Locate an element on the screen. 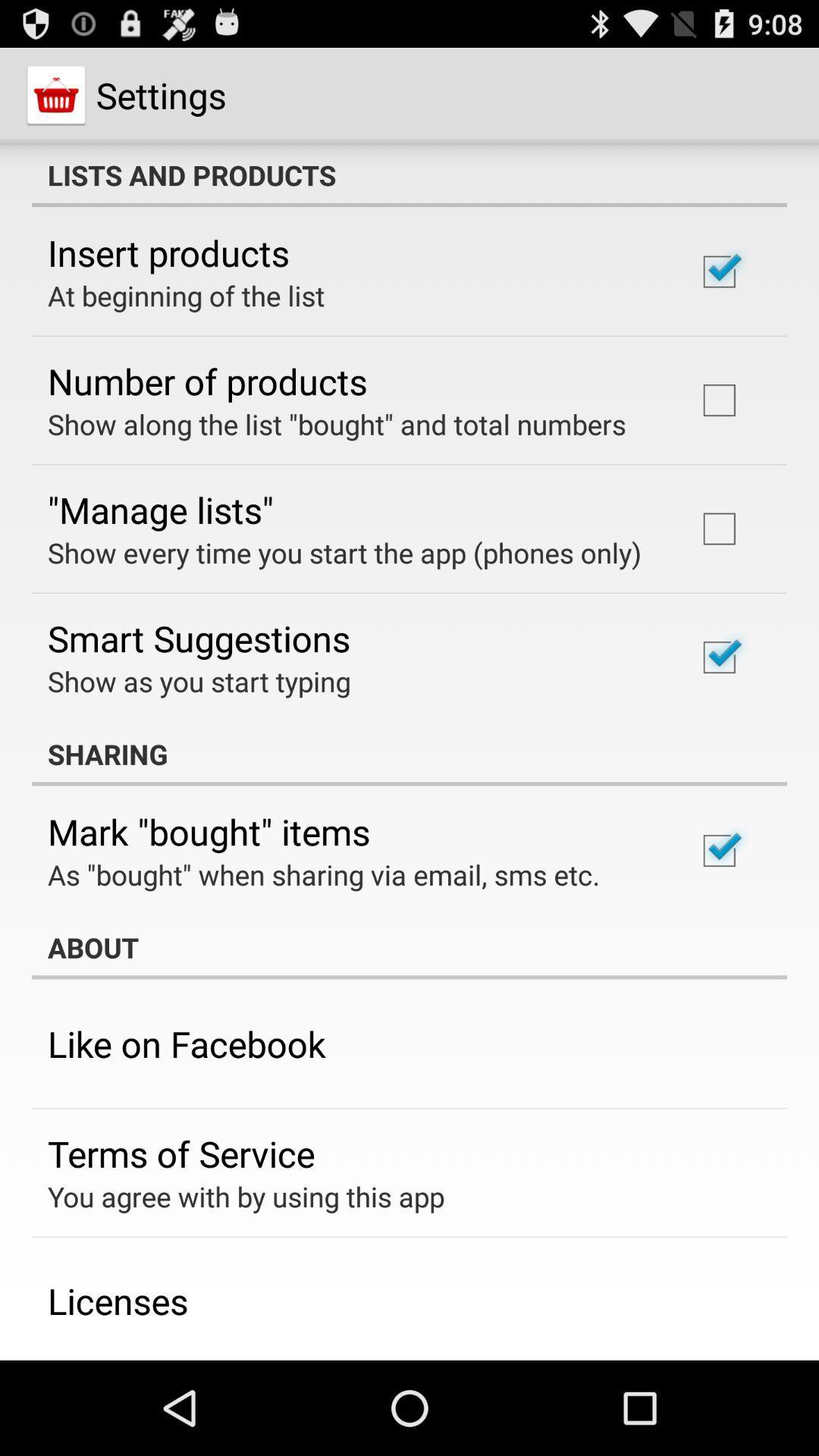 This screenshot has height=1456, width=819. the icon below the about icon is located at coordinates (186, 1043).